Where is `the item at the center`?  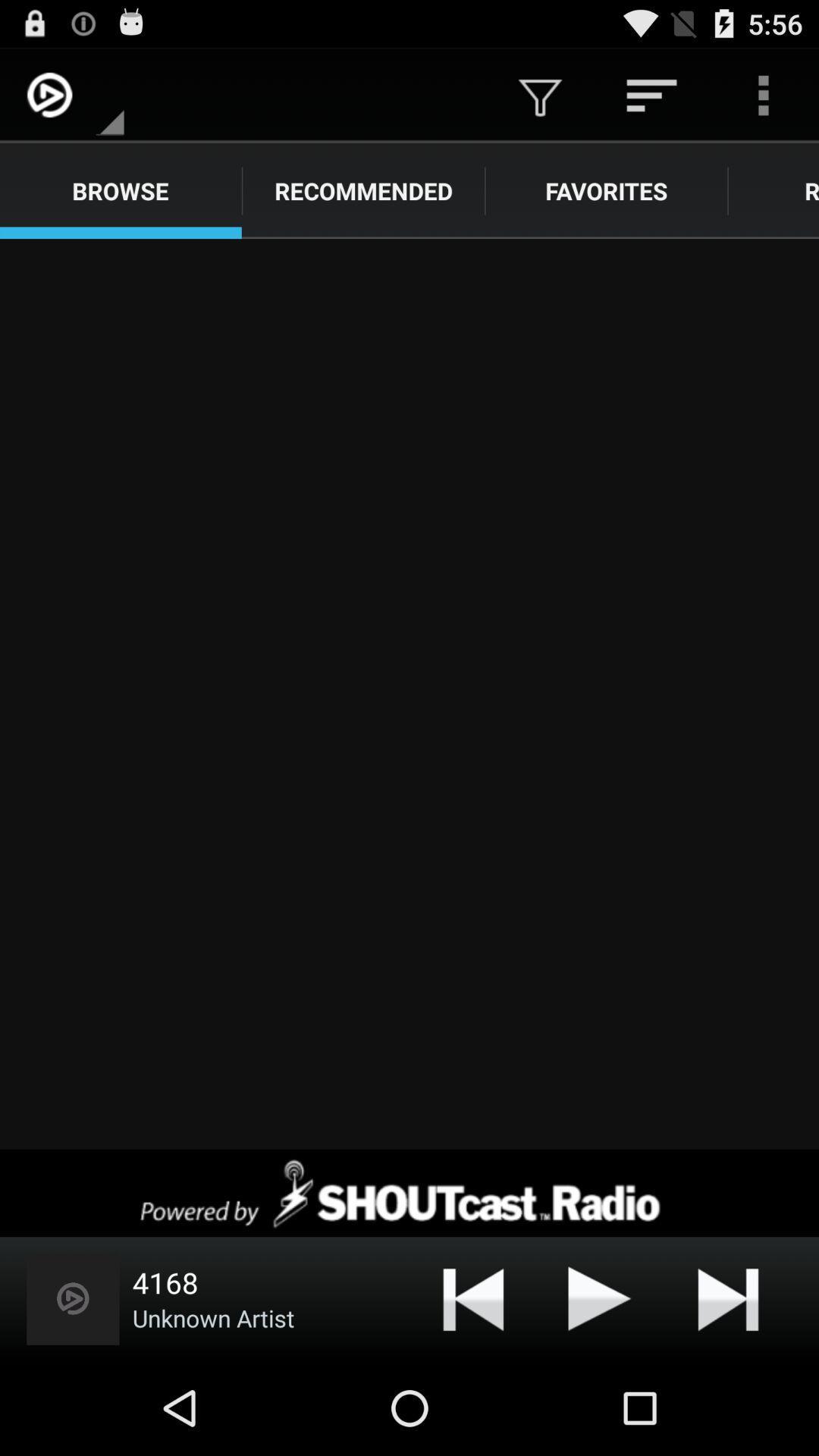
the item at the center is located at coordinates (409, 693).